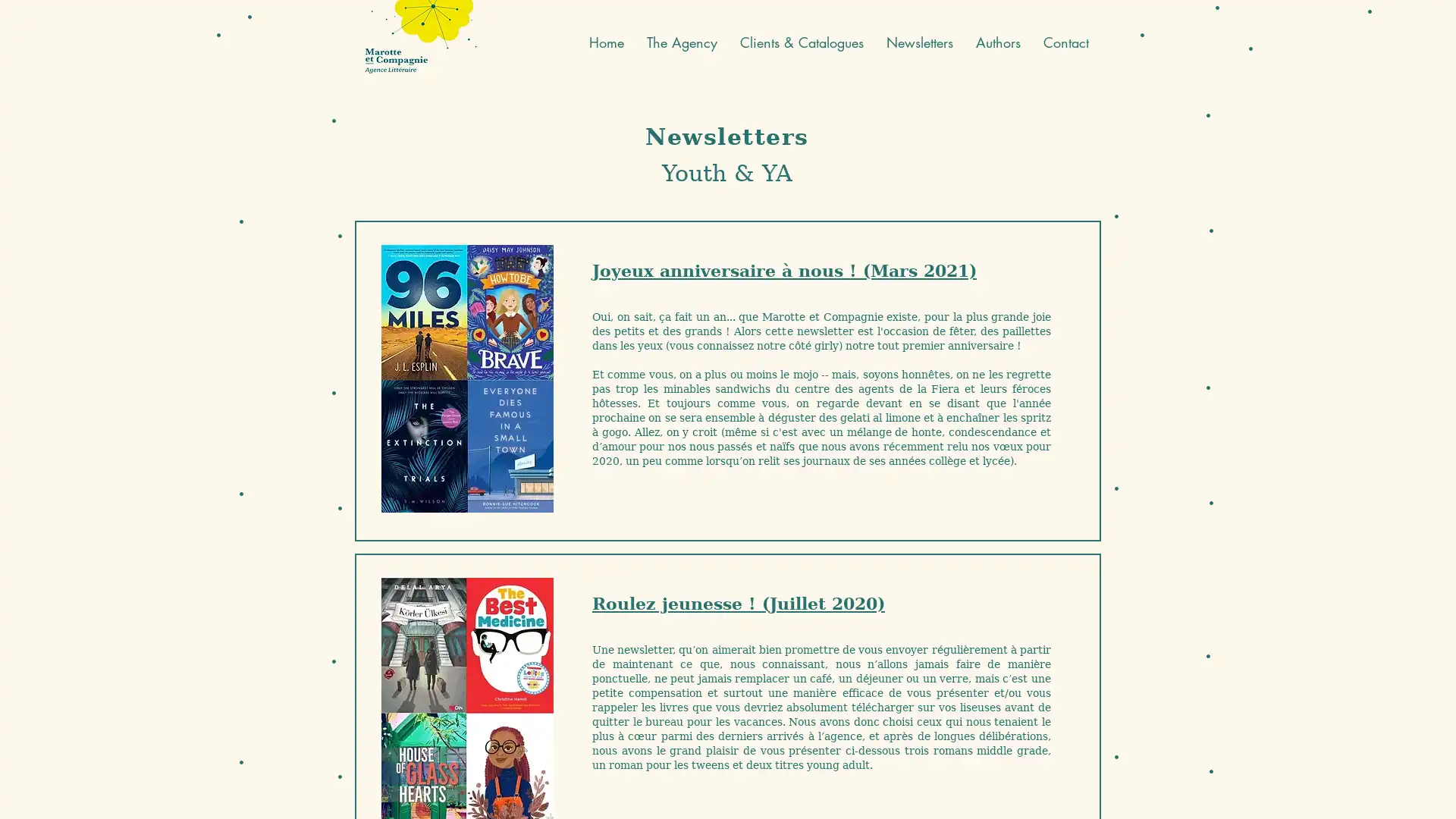  What do you see at coordinates (541, 42) in the screenshot?
I see `English` at bounding box center [541, 42].